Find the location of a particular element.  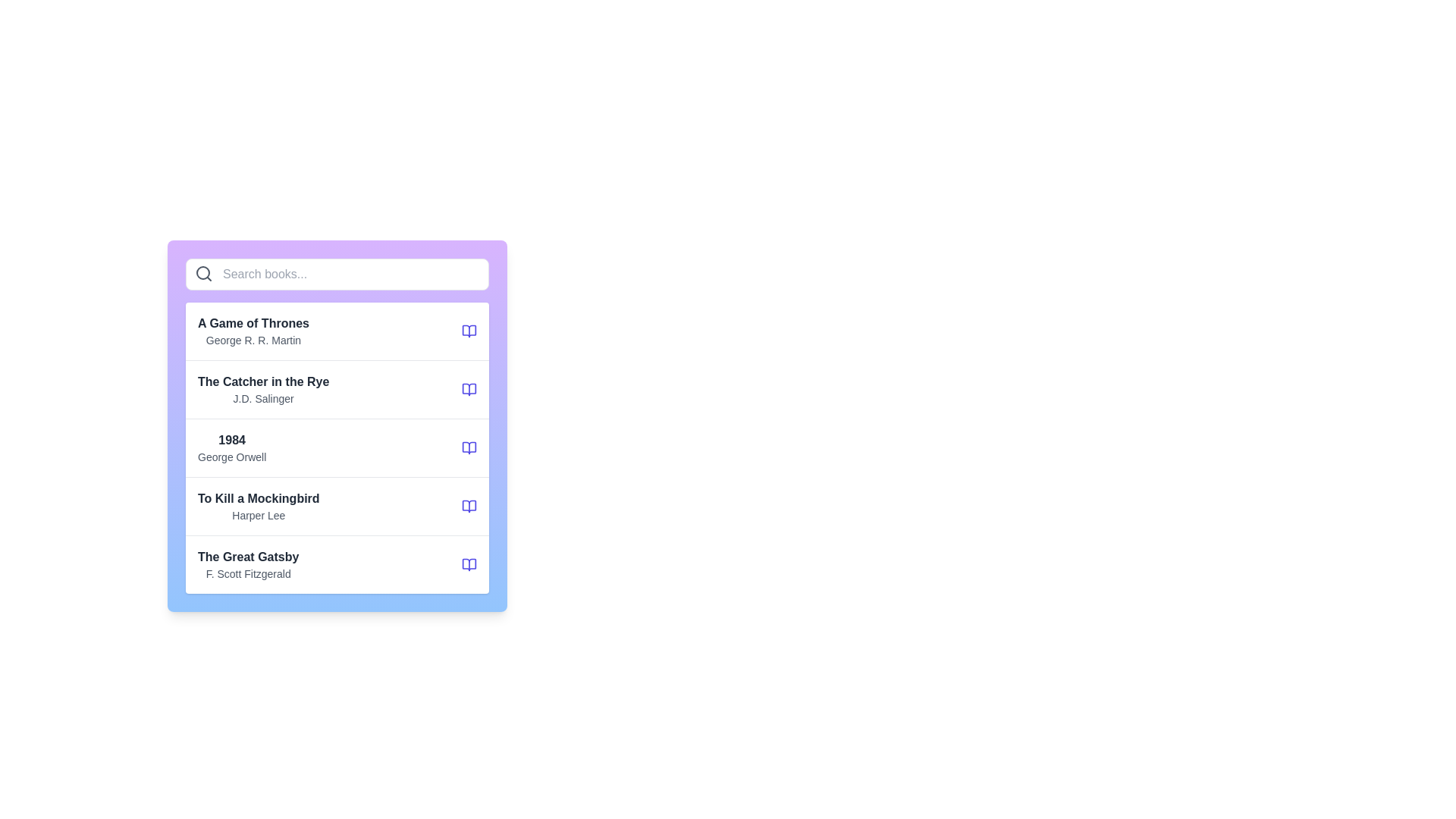

the selectable list item for 'The Great Gatsby' is located at coordinates (337, 564).